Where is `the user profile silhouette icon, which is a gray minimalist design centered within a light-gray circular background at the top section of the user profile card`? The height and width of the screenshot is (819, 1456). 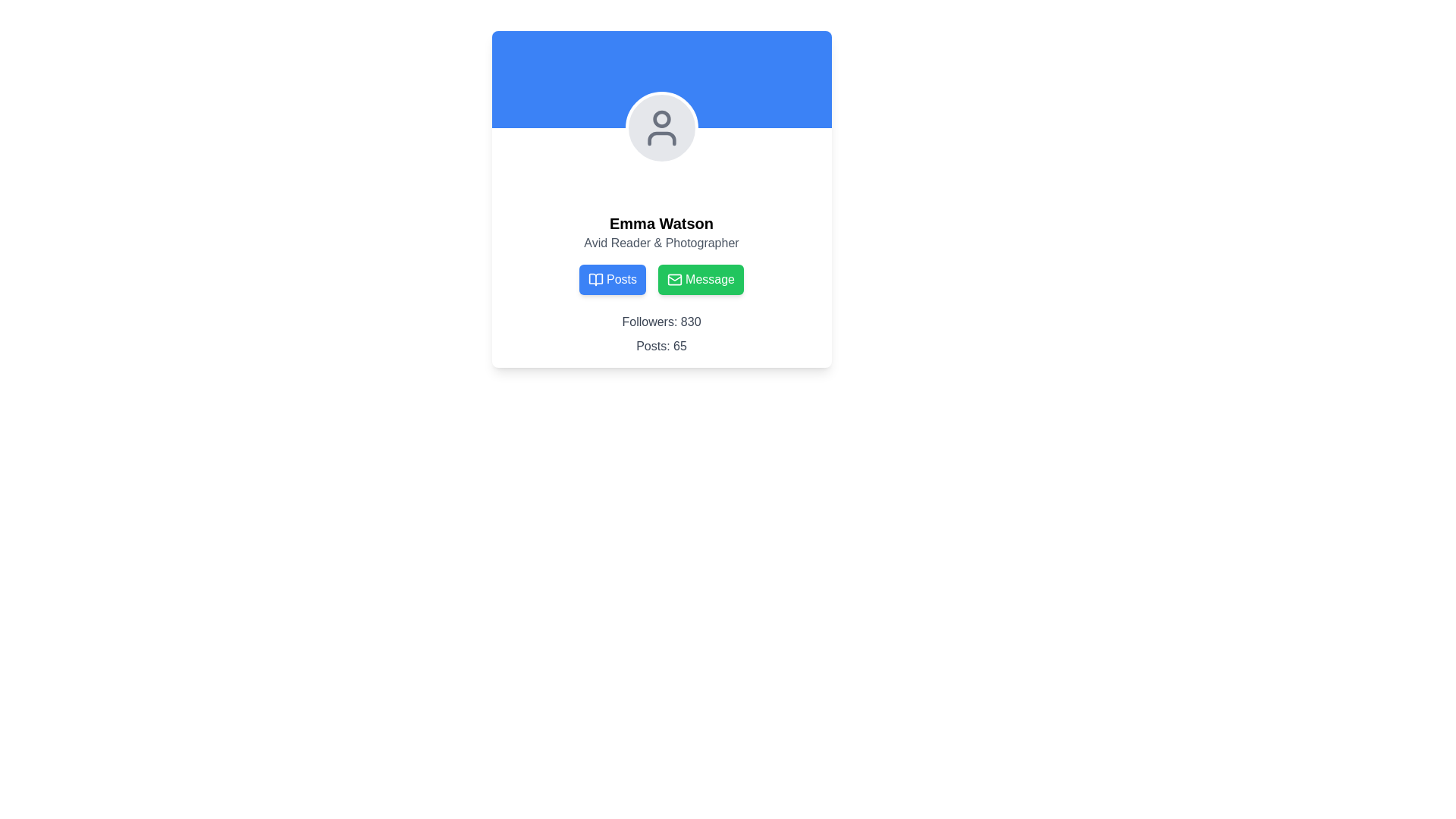 the user profile silhouette icon, which is a gray minimalist design centered within a light-gray circular background at the top section of the user profile card is located at coordinates (661, 127).